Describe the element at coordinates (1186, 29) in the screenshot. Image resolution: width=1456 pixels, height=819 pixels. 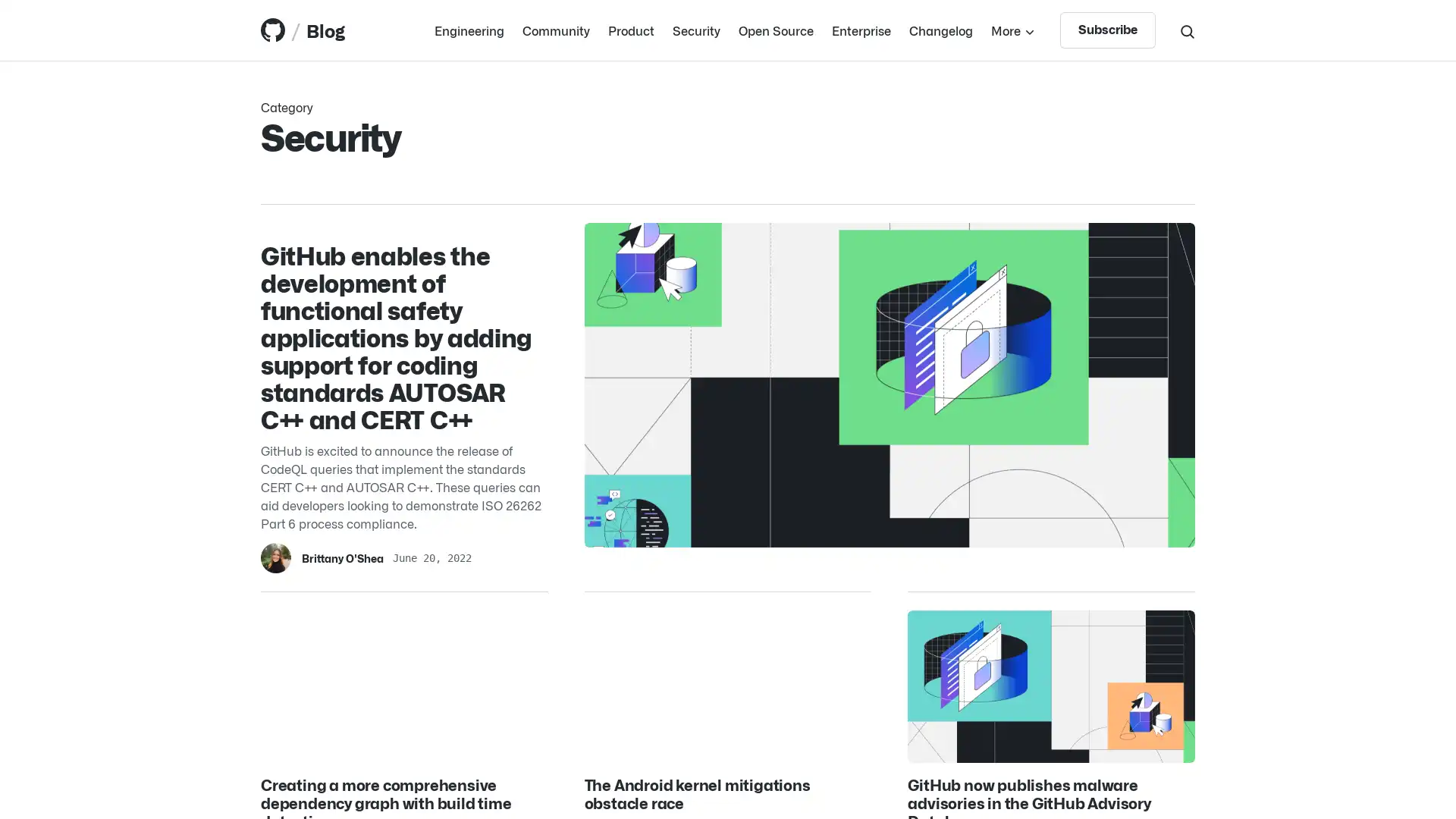
I see `Search toggle` at that location.